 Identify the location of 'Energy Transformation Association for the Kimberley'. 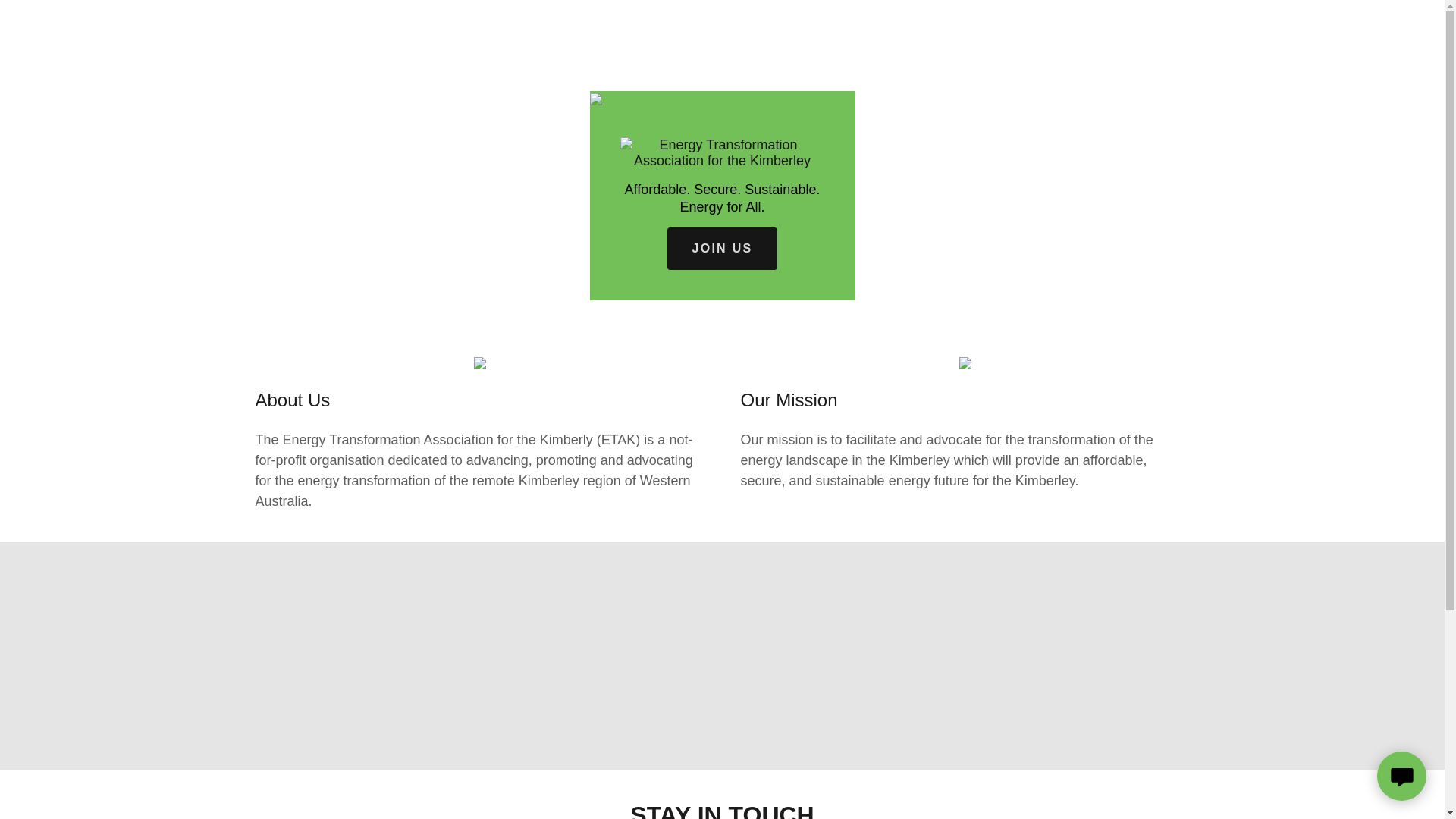
(722, 152).